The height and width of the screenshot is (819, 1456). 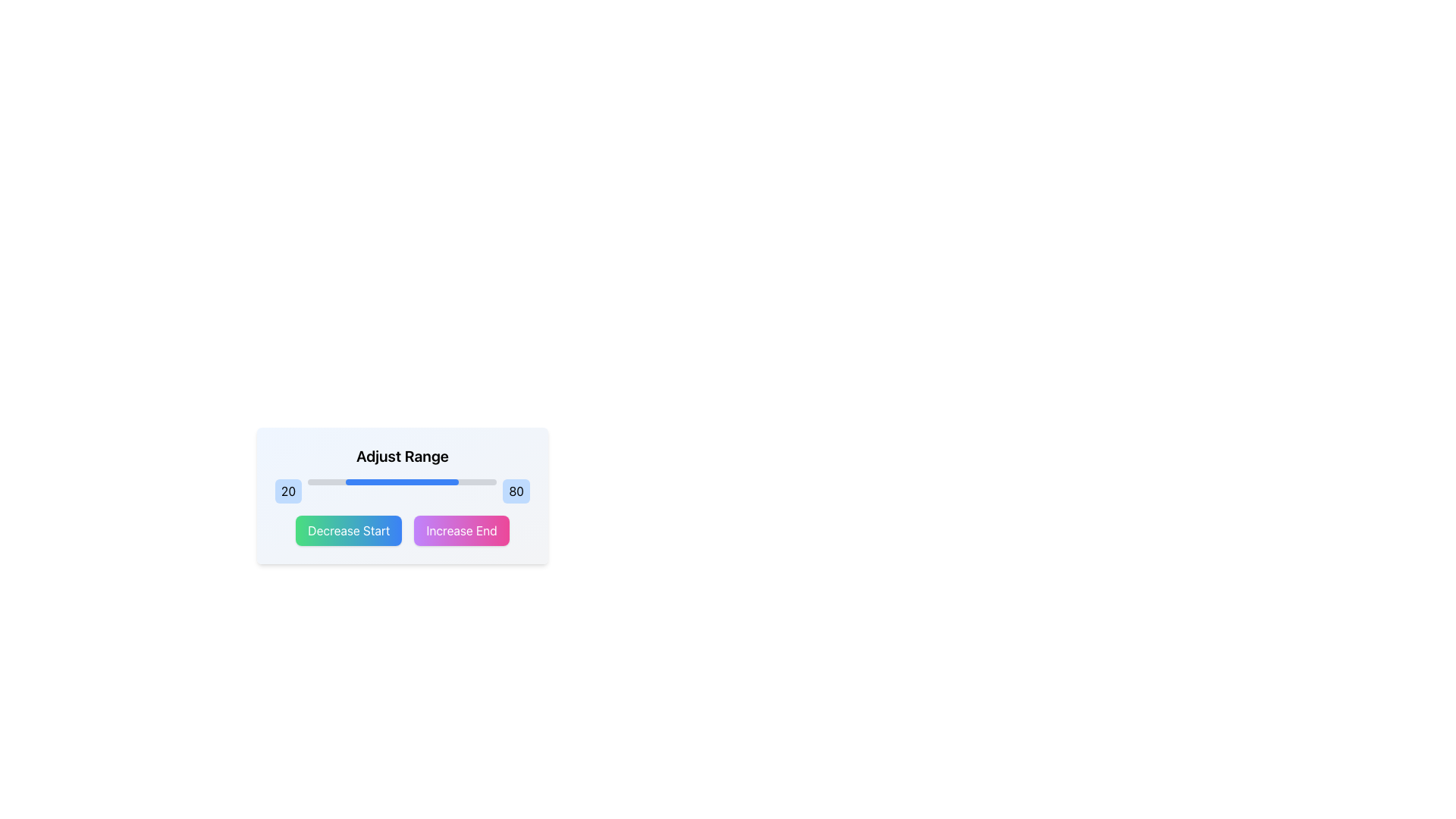 What do you see at coordinates (403, 529) in the screenshot?
I see `the left button labeled 'Decrease Start' in the Button Group, which is part of the 'Adjust Range' controls located at the bottom of the section` at bounding box center [403, 529].